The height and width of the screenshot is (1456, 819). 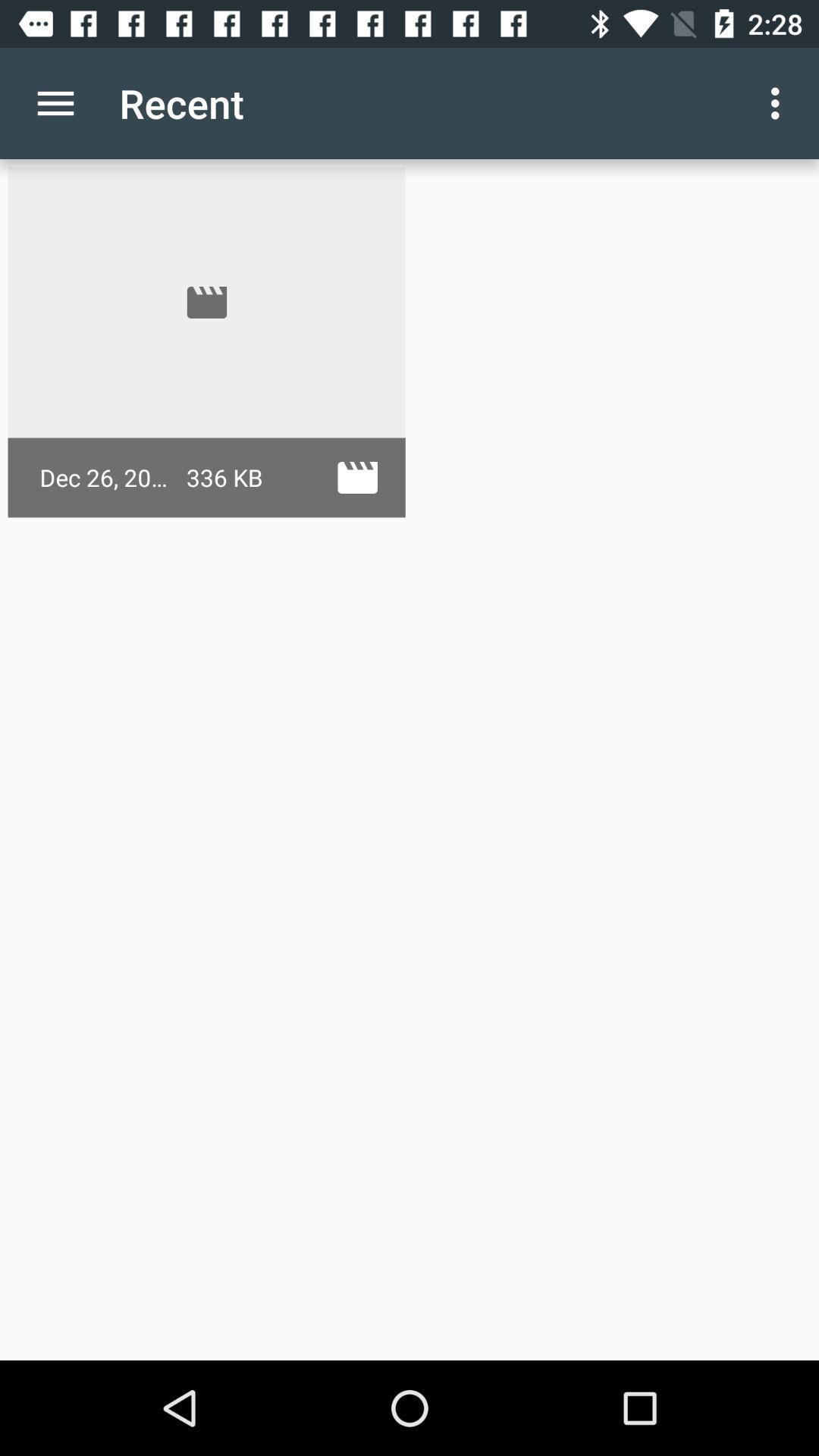 What do you see at coordinates (55, 102) in the screenshot?
I see `the app next to the recent` at bounding box center [55, 102].